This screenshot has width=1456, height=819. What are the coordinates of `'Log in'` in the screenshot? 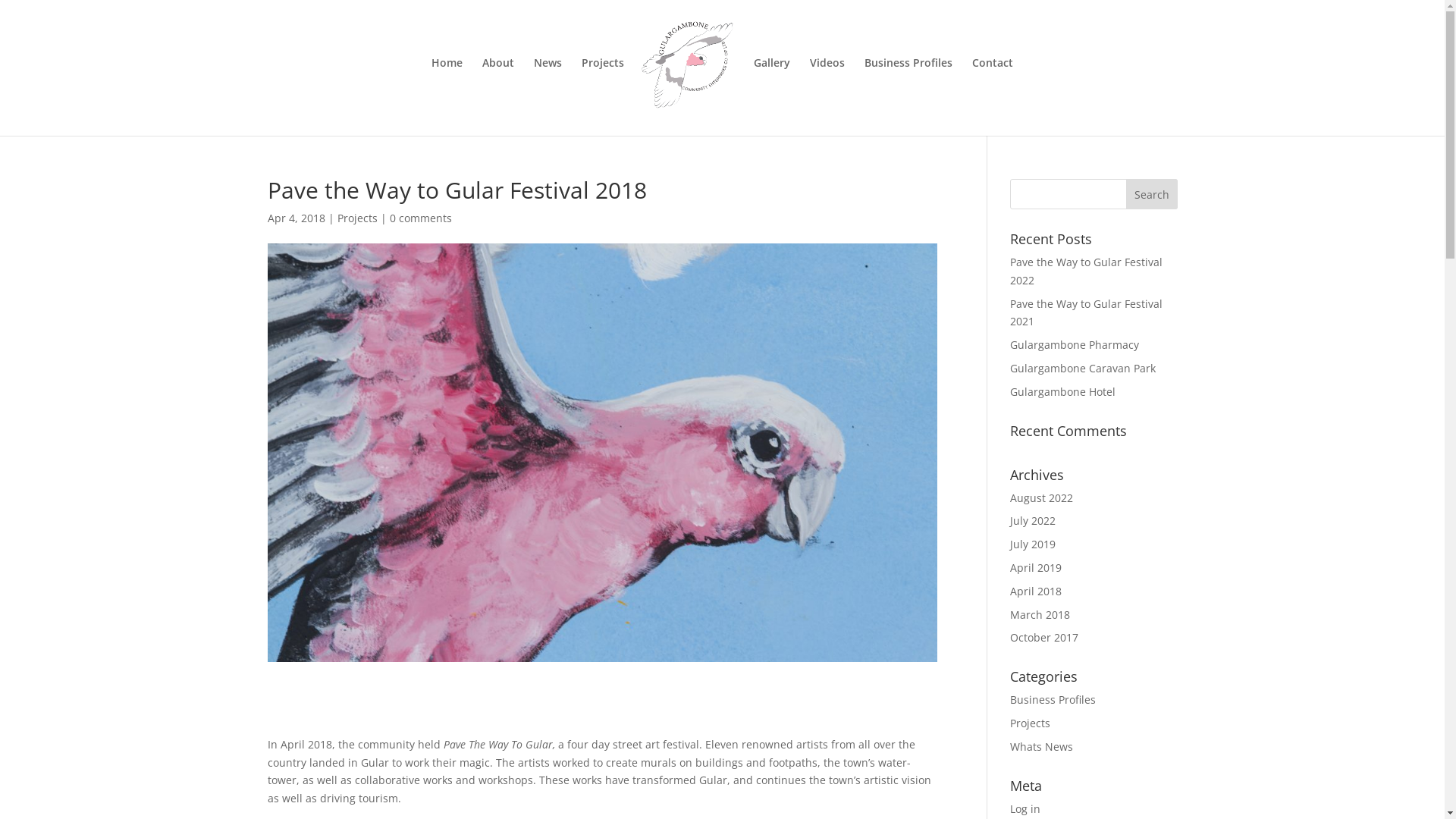 It's located at (1025, 808).